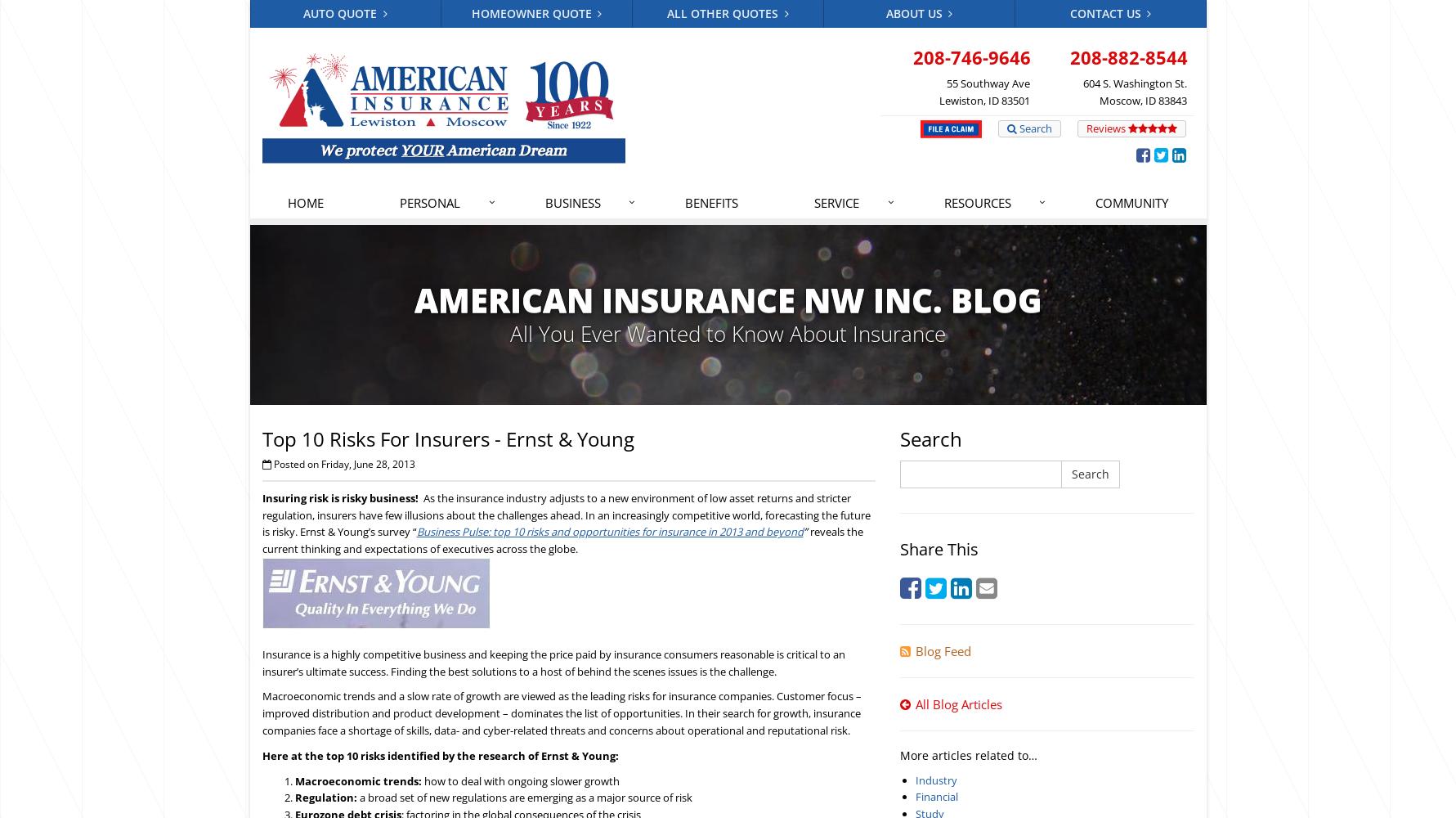 The image size is (1456, 818). I want to click on 'Macroeconomic trends and a slow rate of growth are viewed as the leading risks for insurance companies. Customer focus – improved distribution and product development – dominates the list of opportunities. In their search for growth, insurance companies face a shortage of skills, data- and cyber-related threats and concerns about operational and reputational risk.', so click(561, 712).